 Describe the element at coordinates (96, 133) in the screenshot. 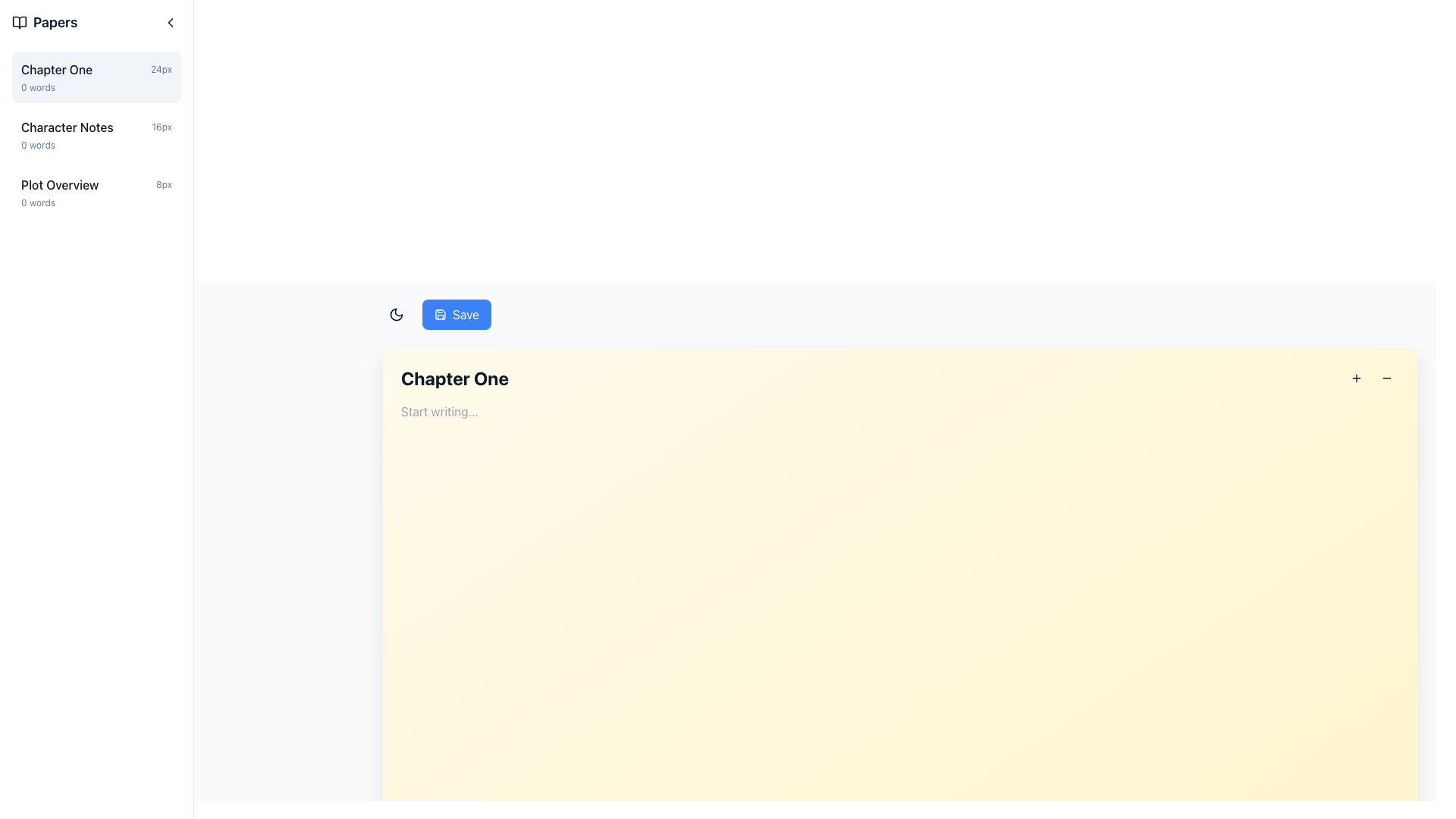

I see `the 'Character Notes' navigation link in the sidebar to change its background coloration` at that location.